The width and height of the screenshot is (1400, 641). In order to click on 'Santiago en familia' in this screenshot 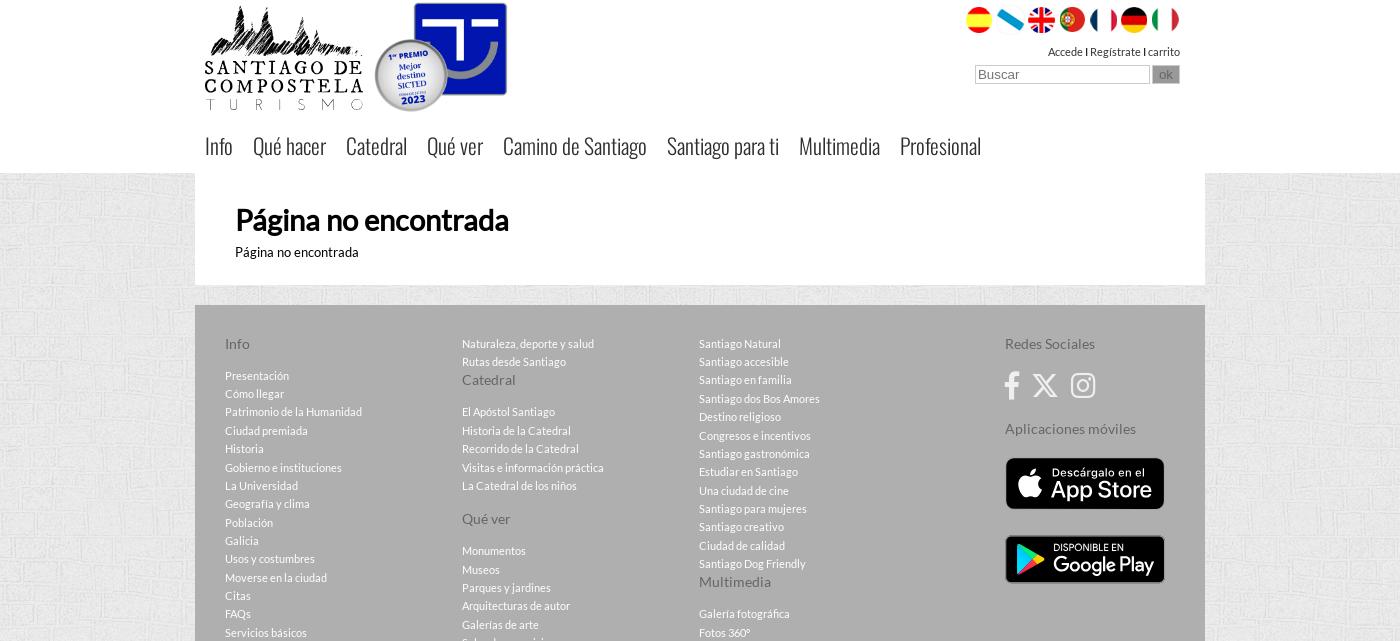, I will do `click(699, 378)`.